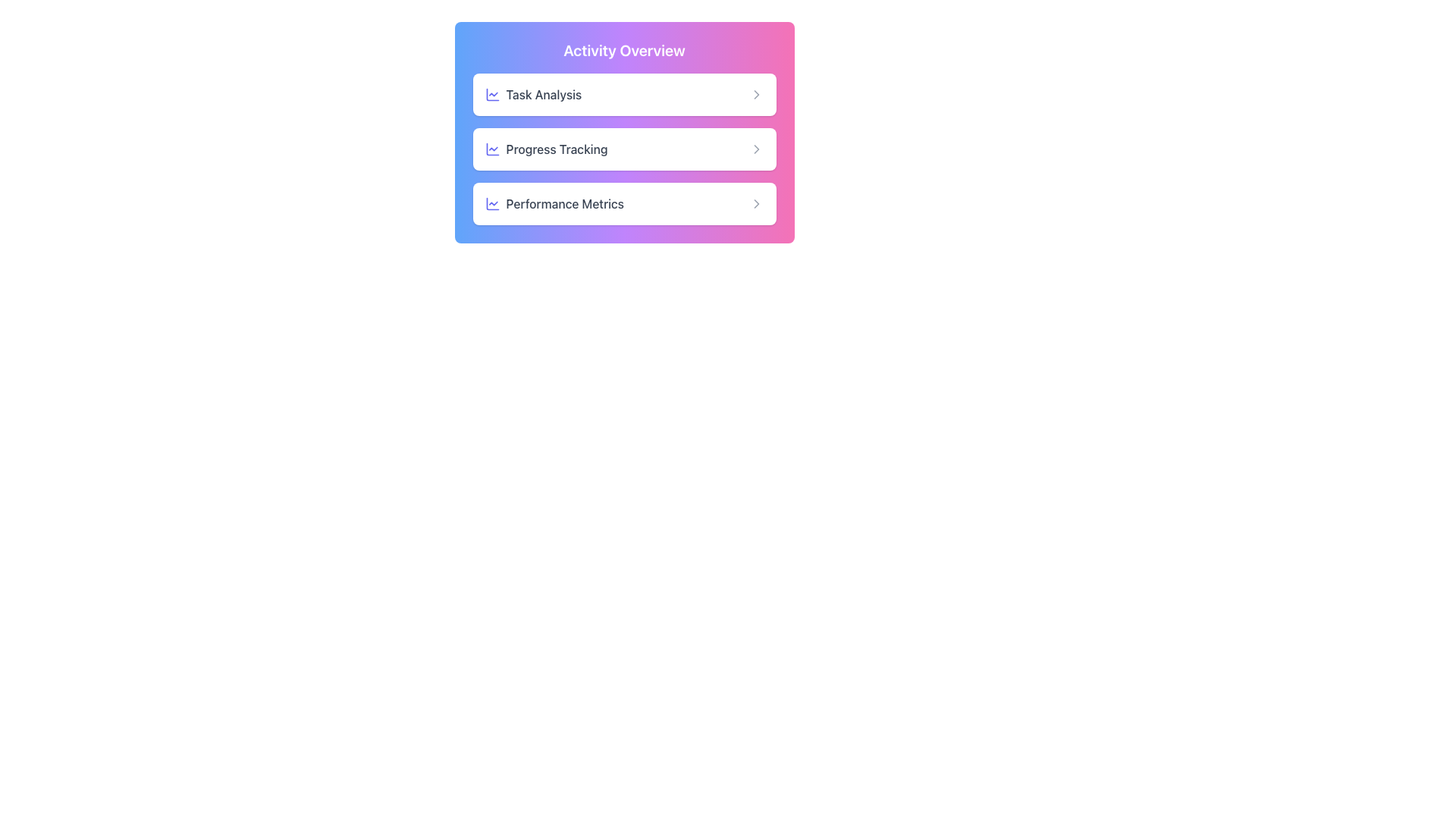  What do you see at coordinates (756, 203) in the screenshot?
I see `the rightward-pointing chevron icon located at the right side of the 'Performance Metrics' button within the 'Activity Overview' section` at bounding box center [756, 203].